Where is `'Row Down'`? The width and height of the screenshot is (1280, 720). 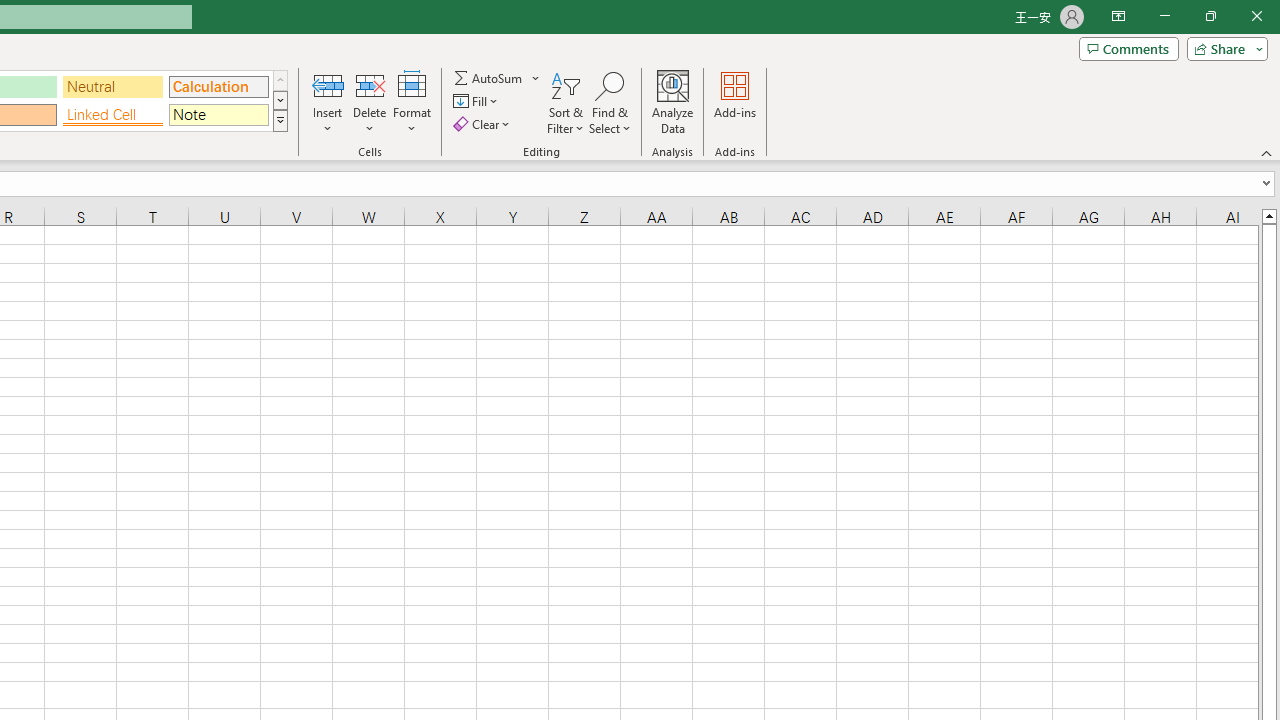 'Row Down' is located at coordinates (279, 100).